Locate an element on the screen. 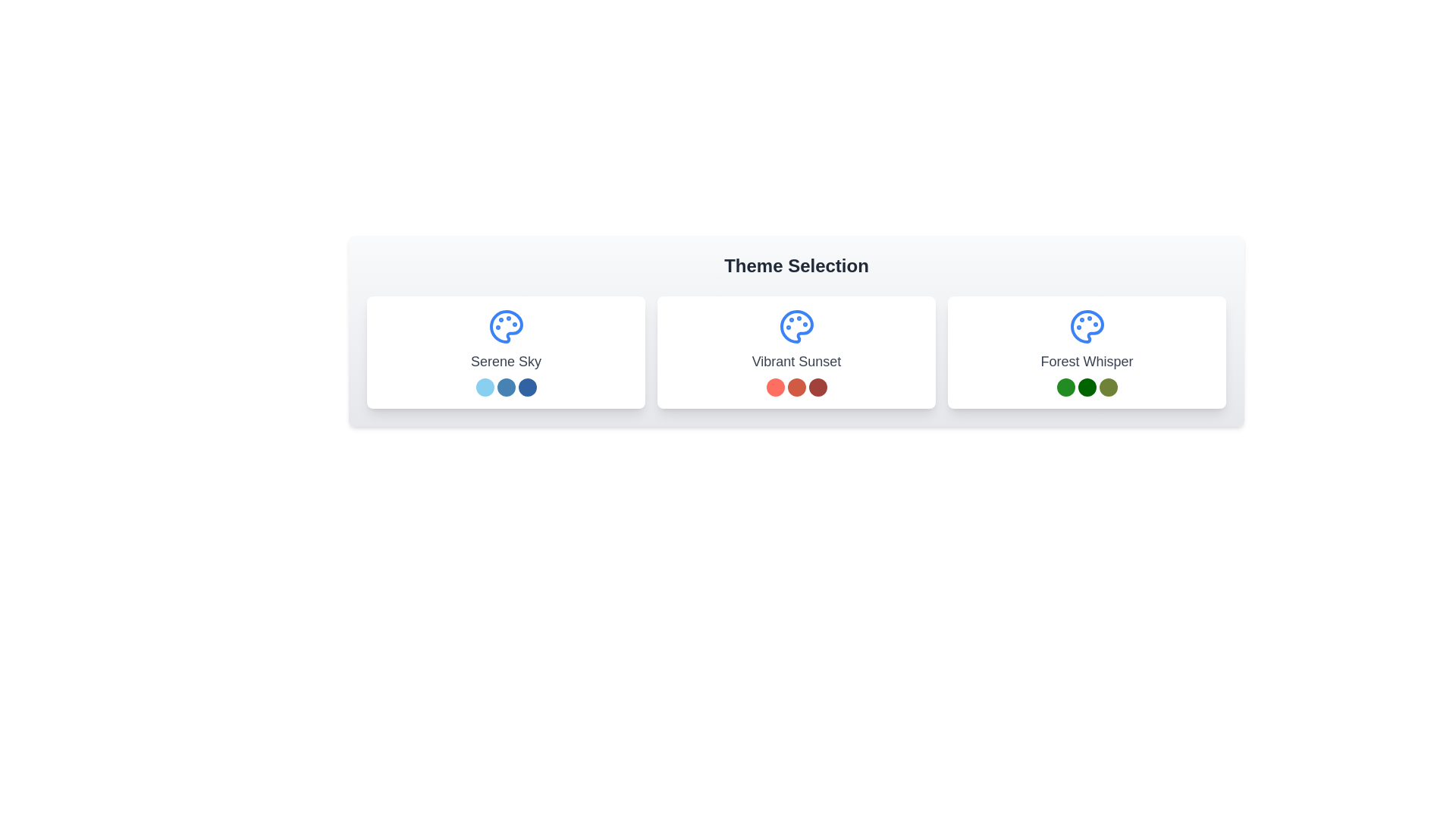 The image size is (1456, 819). the circular icon representing the 'Forest Whisper' theme selection, which is the third palette icon in the row of theme selection icons is located at coordinates (1086, 326).